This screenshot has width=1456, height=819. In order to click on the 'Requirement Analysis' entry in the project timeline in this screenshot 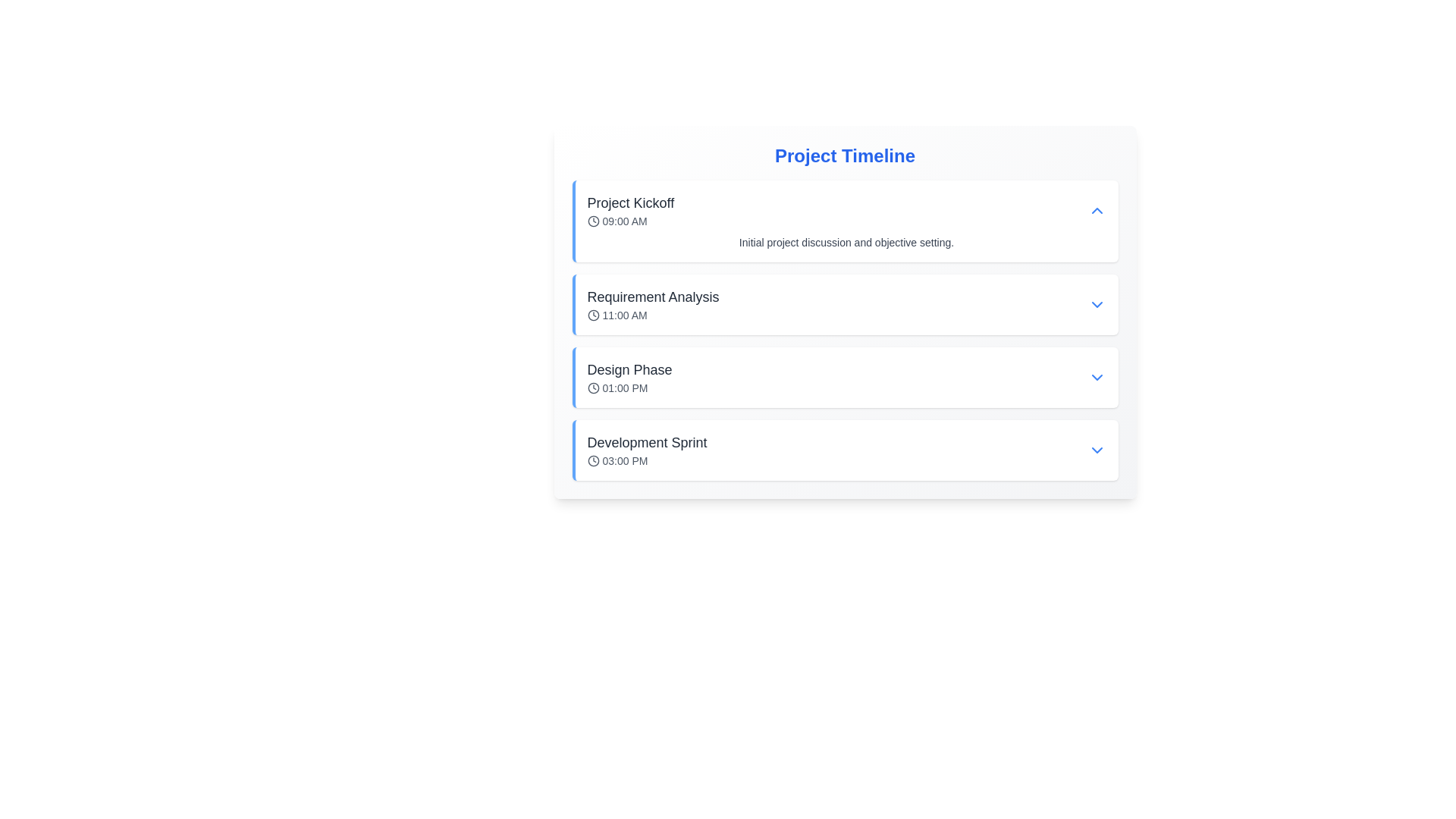, I will do `click(846, 304)`.